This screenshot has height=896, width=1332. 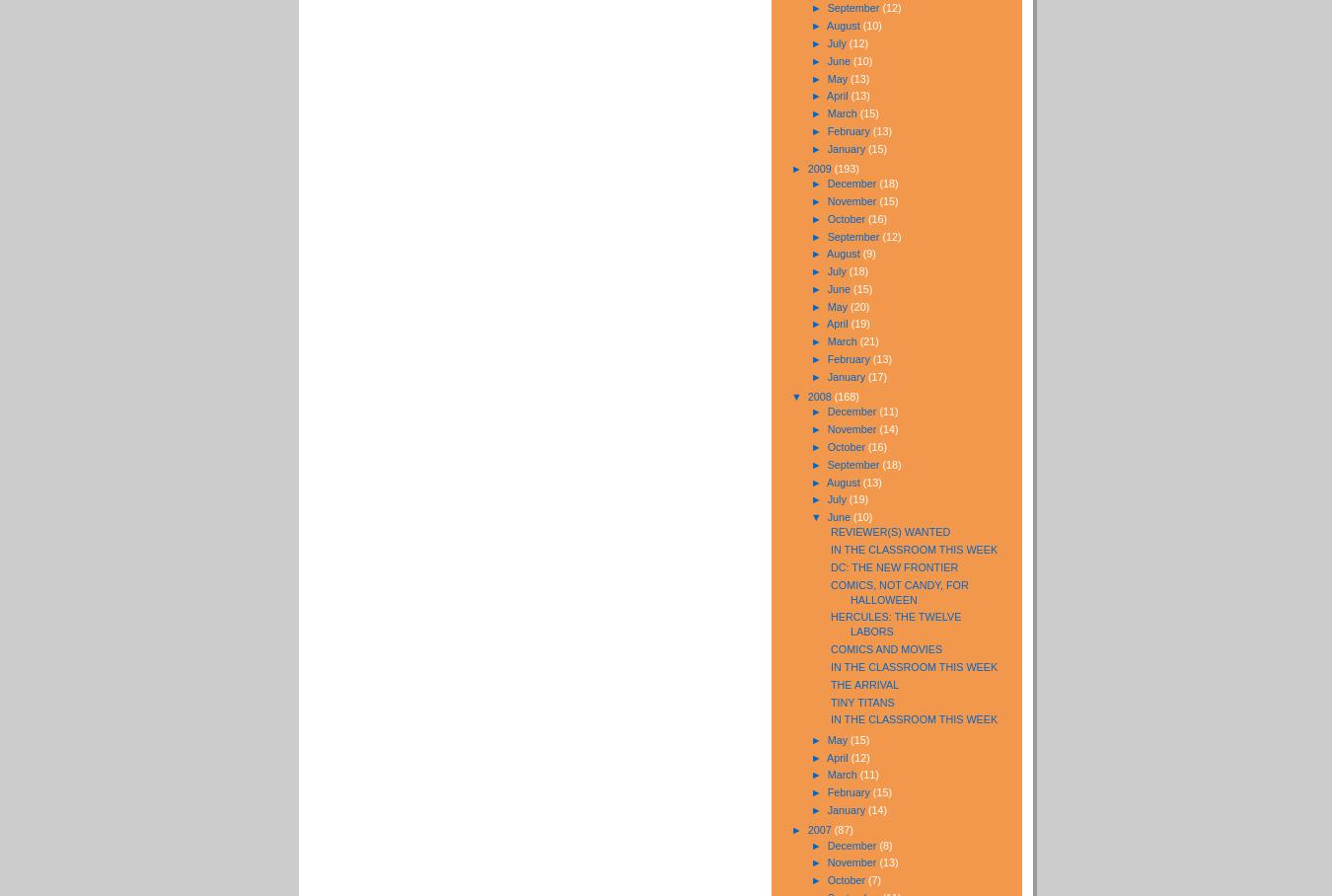 What do you see at coordinates (859, 304) in the screenshot?
I see `'(20)'` at bounding box center [859, 304].